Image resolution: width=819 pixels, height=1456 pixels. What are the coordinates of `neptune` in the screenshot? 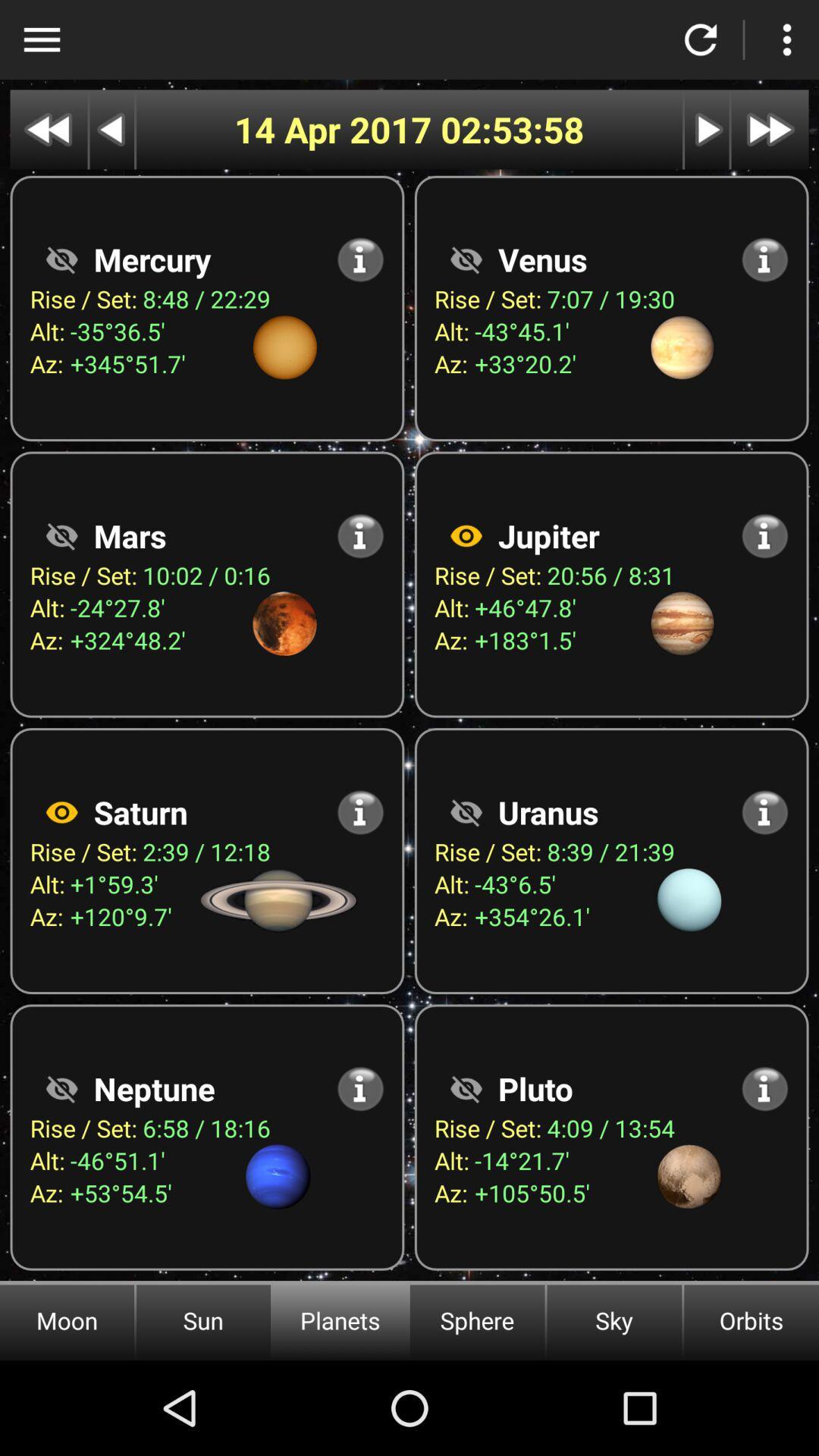 It's located at (61, 1087).